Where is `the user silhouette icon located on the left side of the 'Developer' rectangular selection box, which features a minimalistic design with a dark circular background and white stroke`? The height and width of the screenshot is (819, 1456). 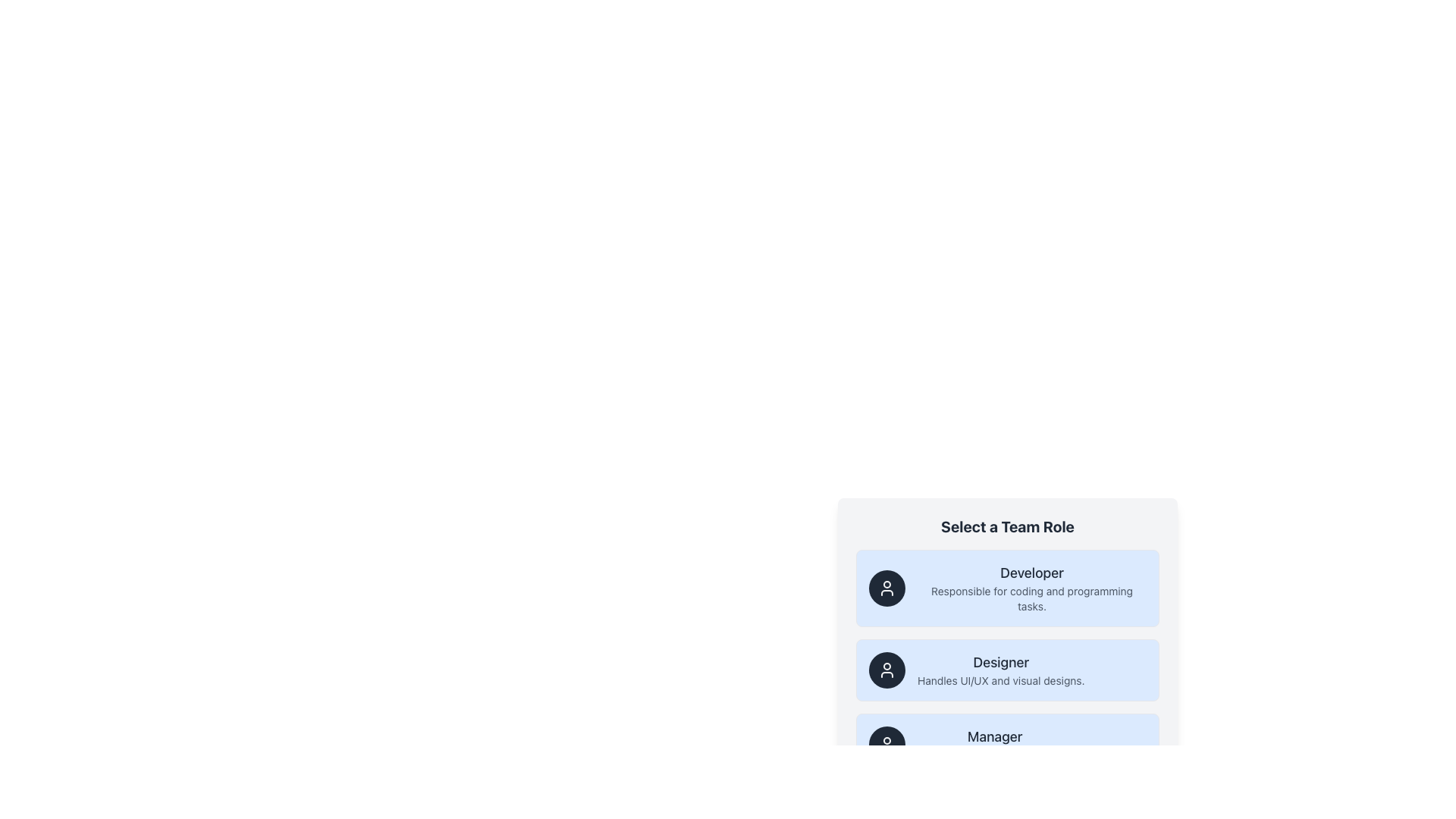 the user silhouette icon located on the left side of the 'Developer' rectangular selection box, which features a minimalistic design with a dark circular background and white stroke is located at coordinates (887, 587).